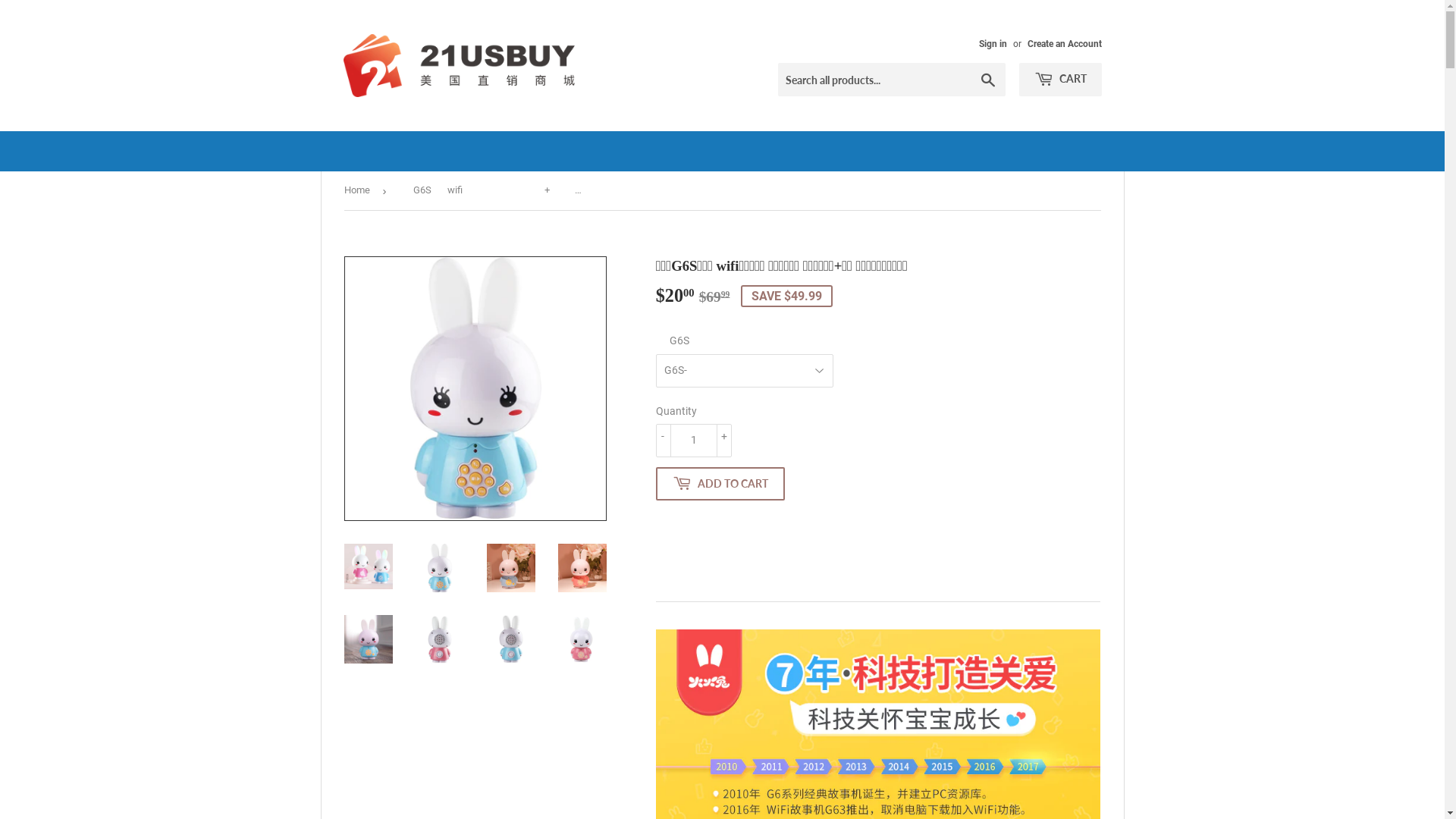  Describe the element at coordinates (978, 42) in the screenshot. I see `'Sign in'` at that location.